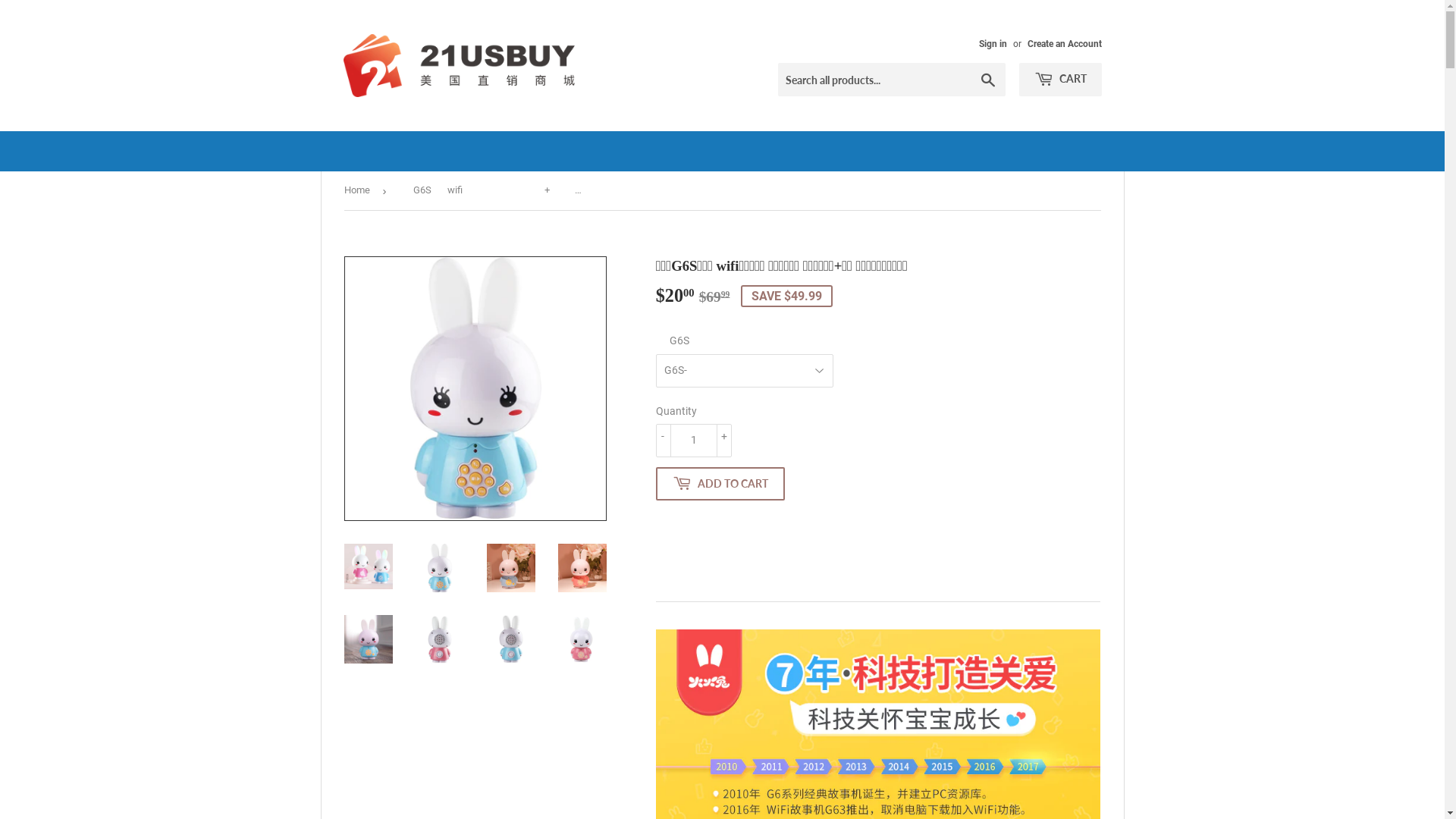  Describe the element at coordinates (978, 42) in the screenshot. I see `'Sign in'` at that location.